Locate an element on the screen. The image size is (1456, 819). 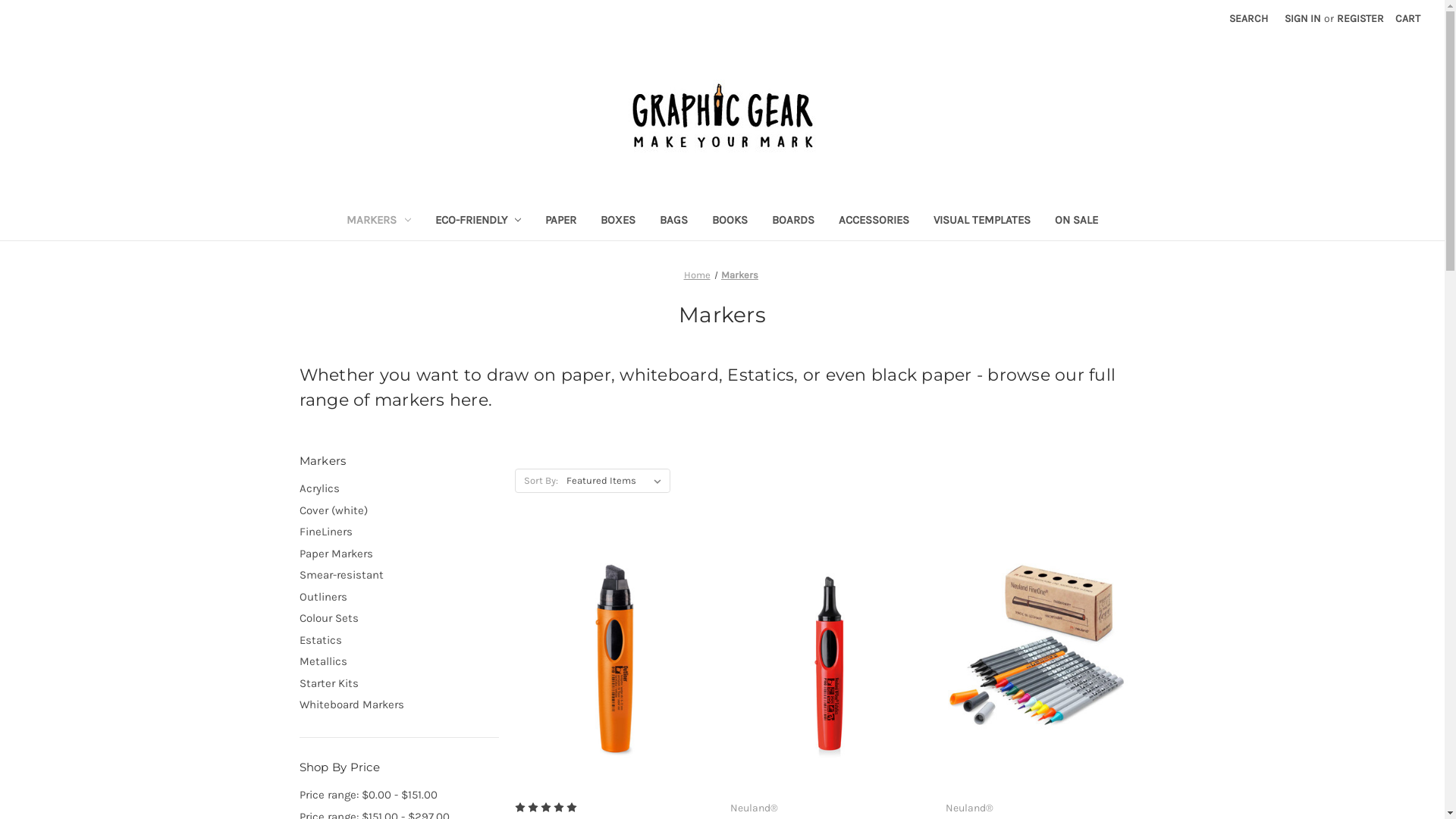
'ON SALE' is located at coordinates (1075, 221).